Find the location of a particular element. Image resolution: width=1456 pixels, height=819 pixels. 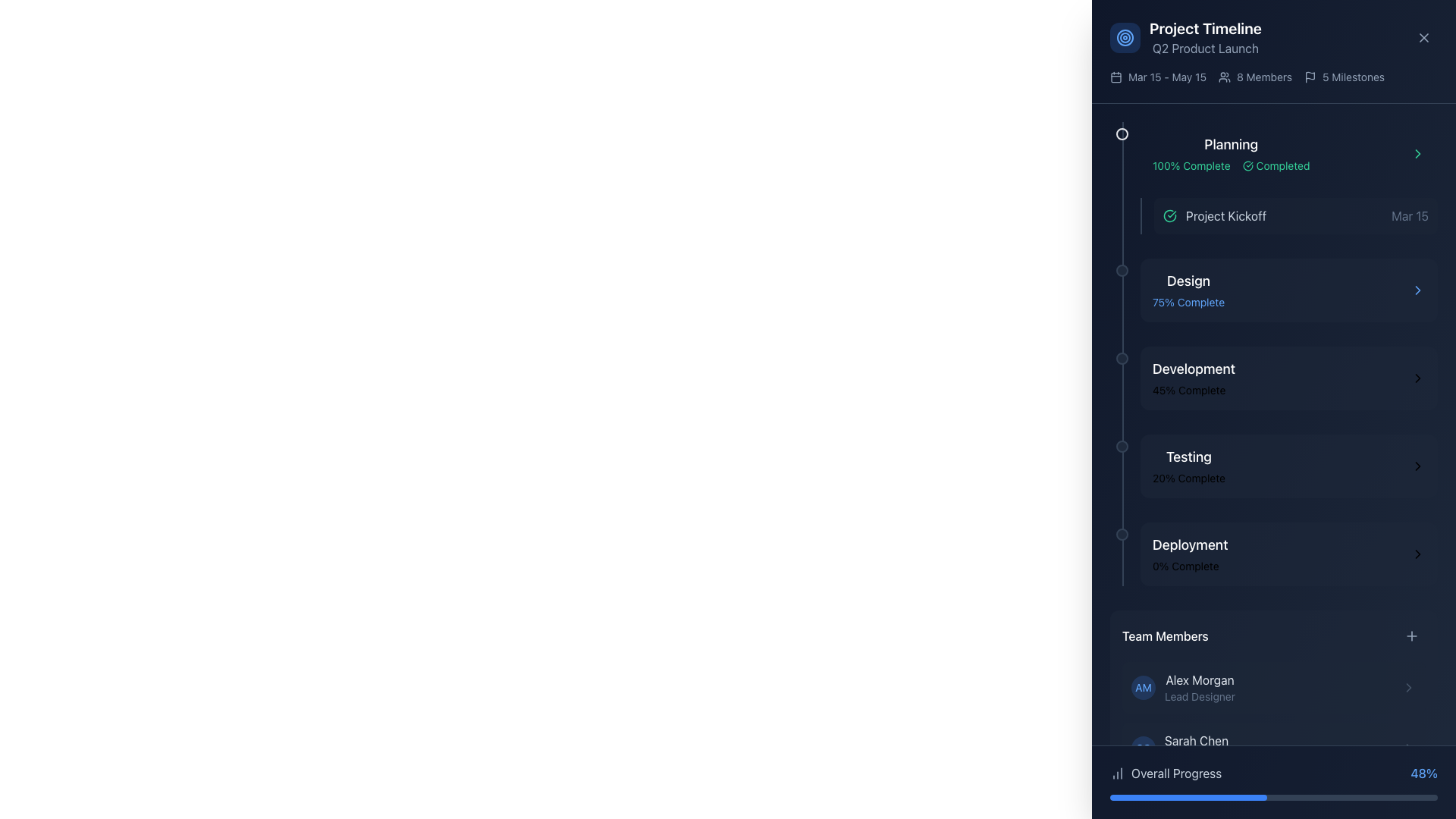

the small circular indicator that marks the 'Design' section in the timeline by moving the cursor to its center point is located at coordinates (1122, 270).